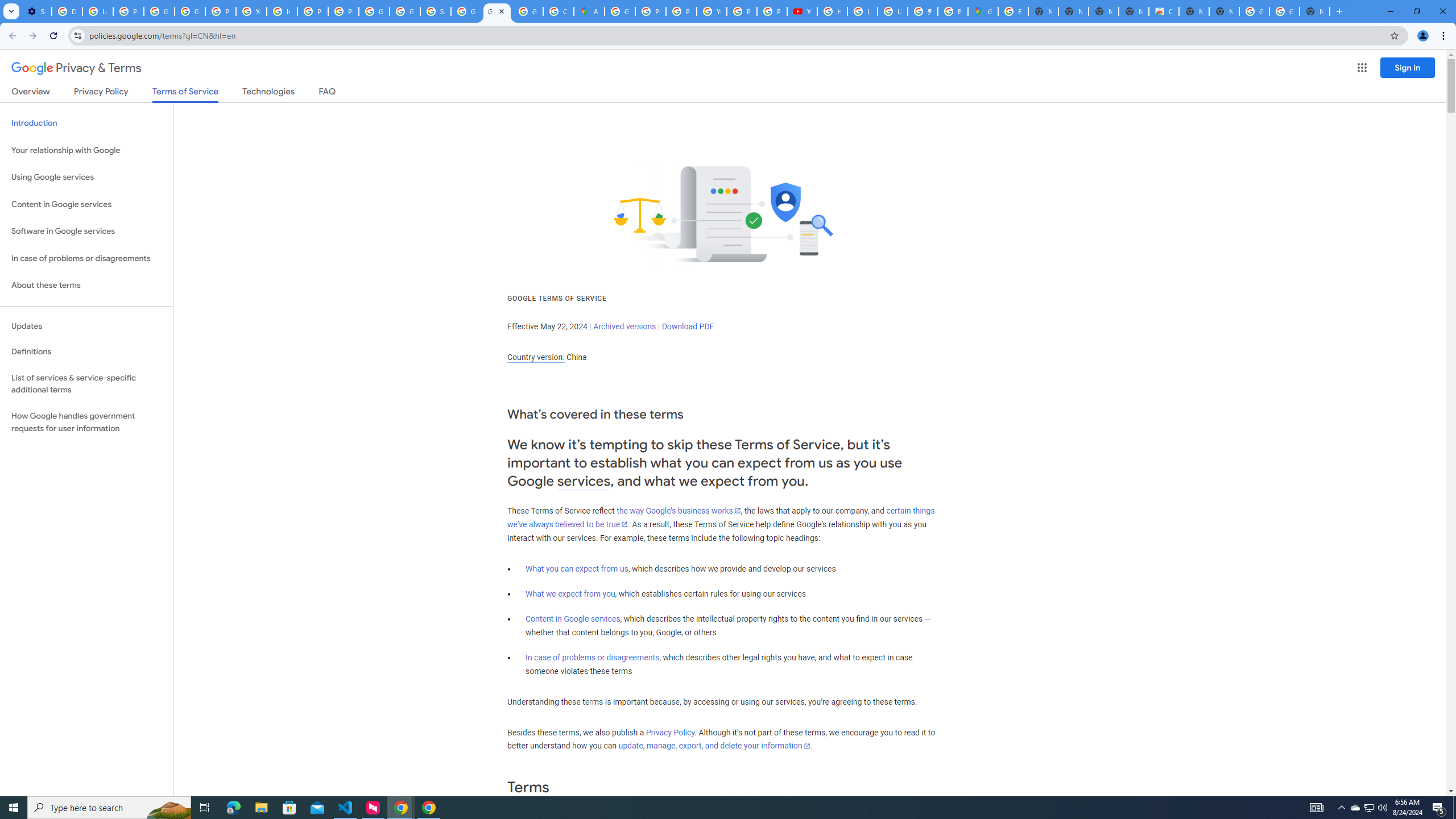 The width and height of the screenshot is (1456, 819). Describe the element at coordinates (1254, 11) in the screenshot. I see `'Google Images'` at that location.